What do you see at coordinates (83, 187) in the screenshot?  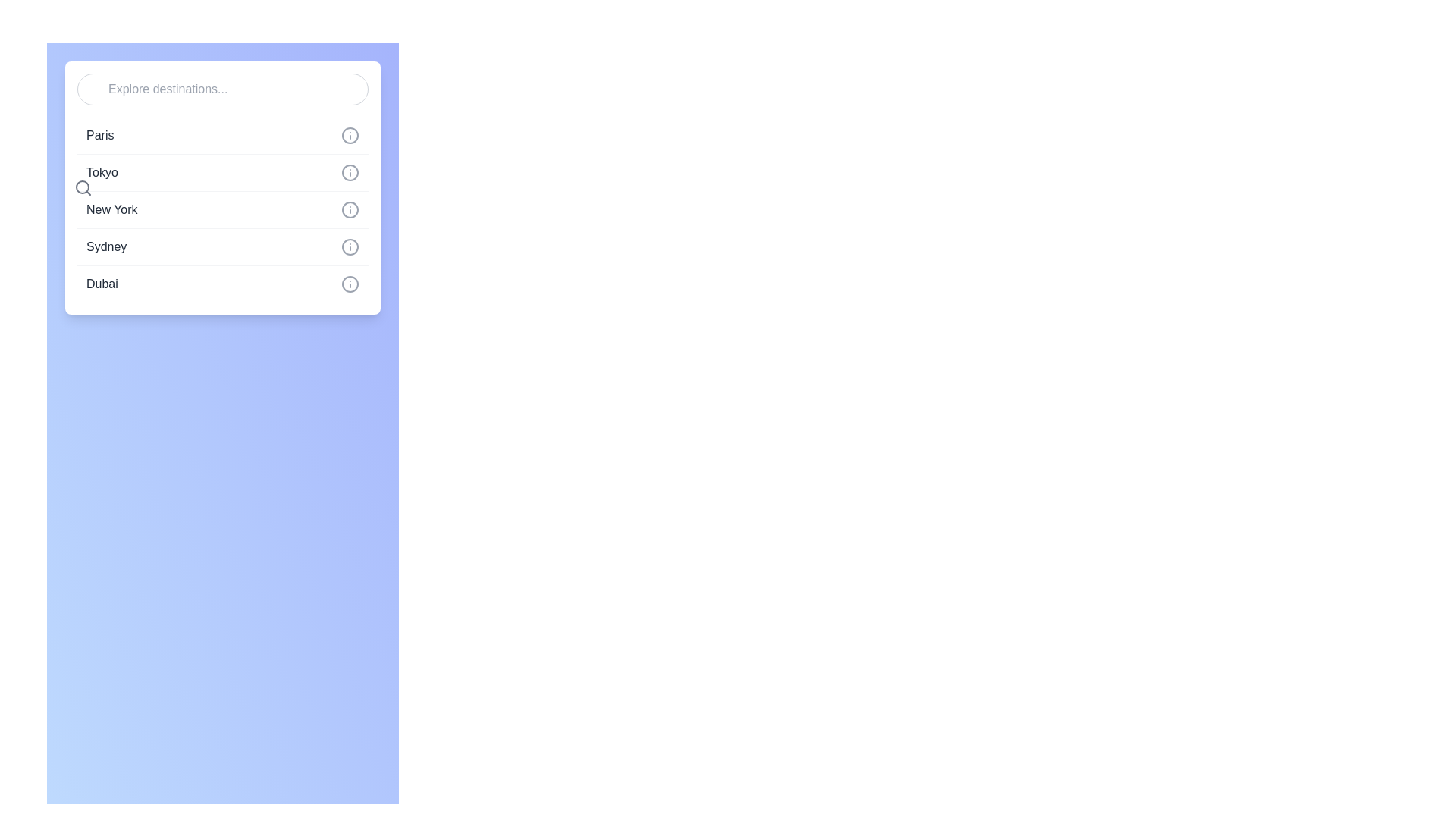 I see `the search icon representing the search functionality located to the left of the text 'Tokyo' in the second row of the list` at bounding box center [83, 187].